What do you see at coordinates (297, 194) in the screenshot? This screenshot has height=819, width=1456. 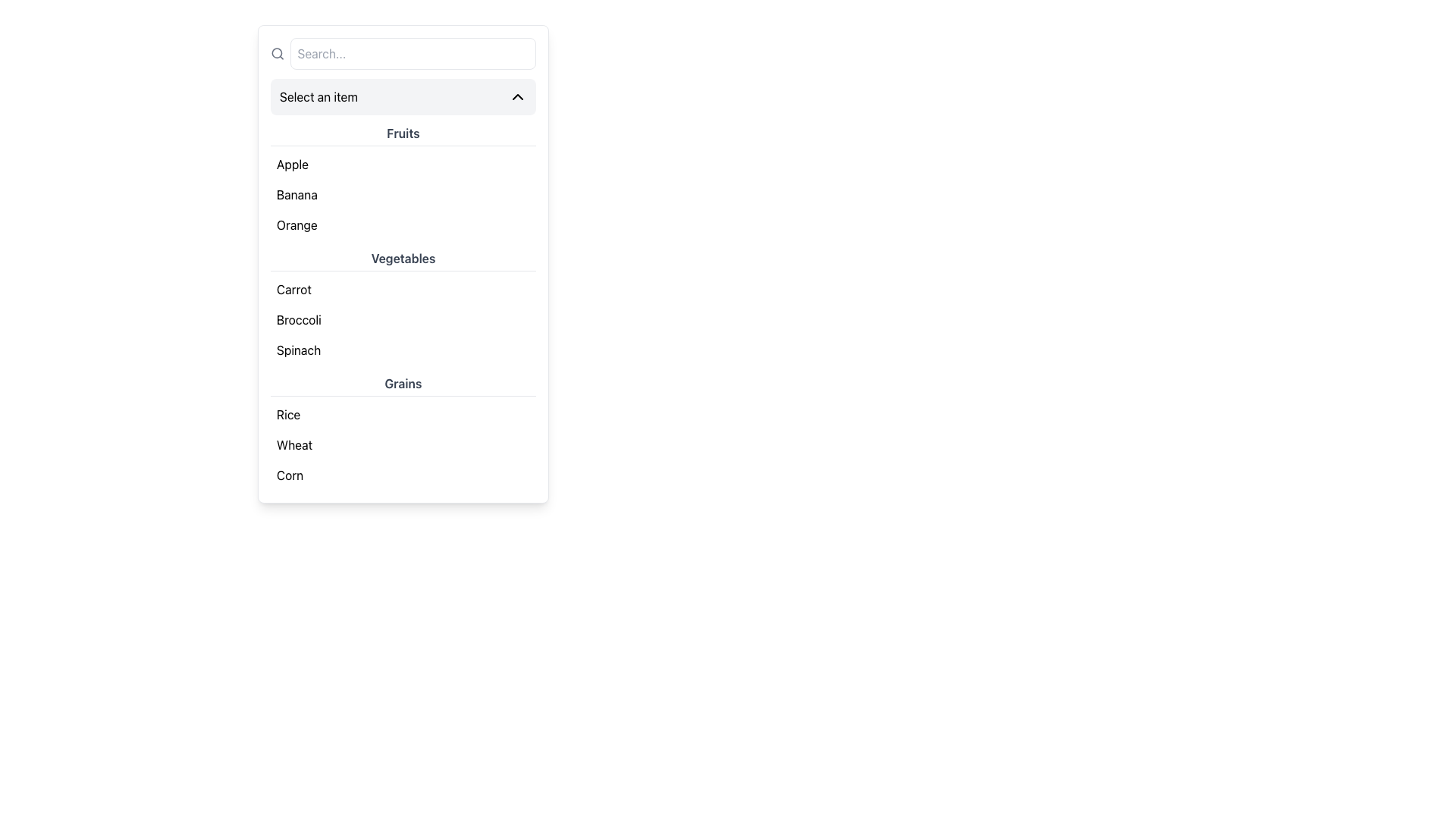 I see `the text label displaying 'Banana' in the Fruits category` at bounding box center [297, 194].